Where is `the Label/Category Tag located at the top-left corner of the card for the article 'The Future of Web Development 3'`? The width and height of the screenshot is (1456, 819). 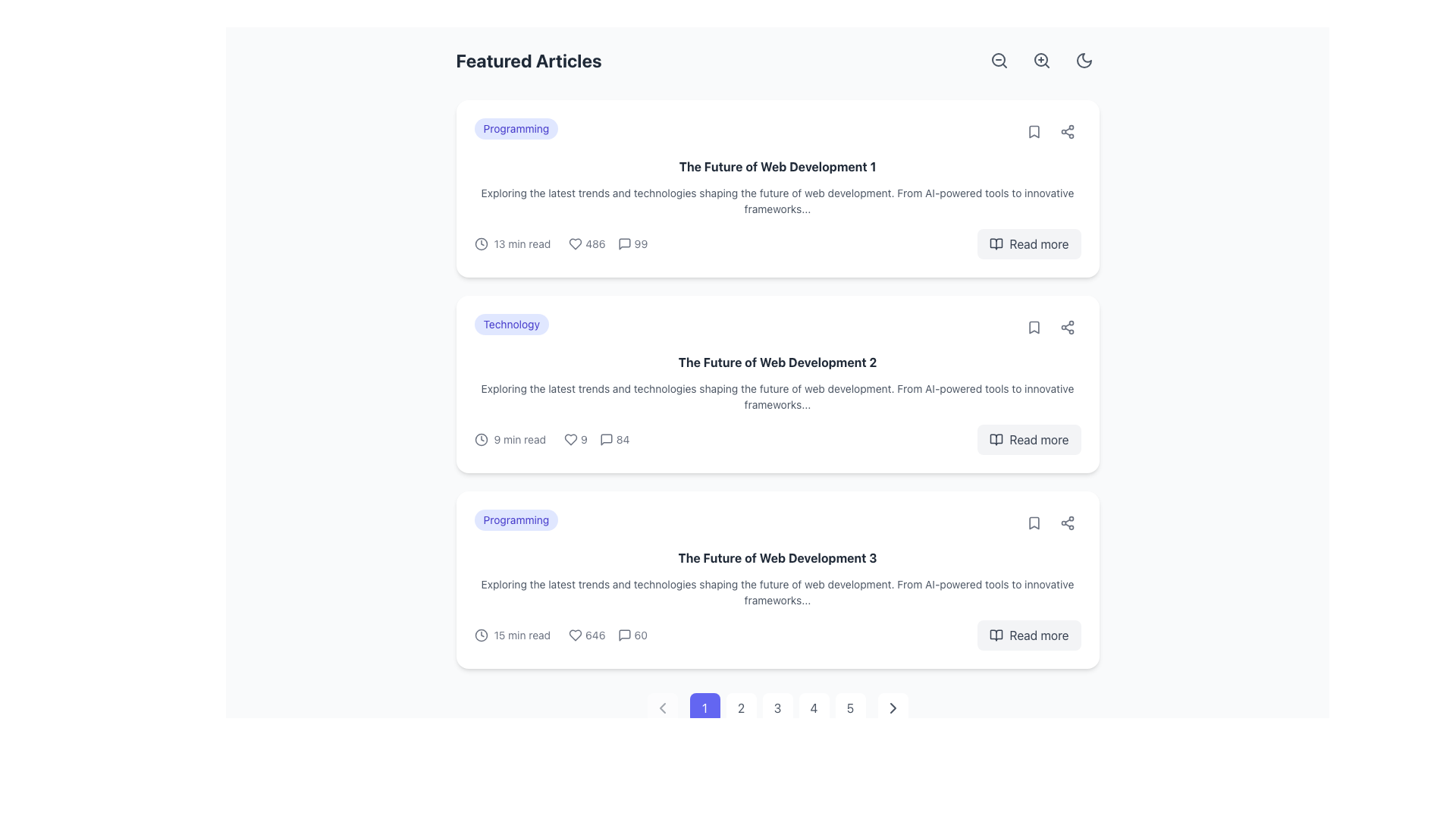 the Label/Category Tag located at the top-left corner of the card for the article 'The Future of Web Development 3' is located at coordinates (516, 519).